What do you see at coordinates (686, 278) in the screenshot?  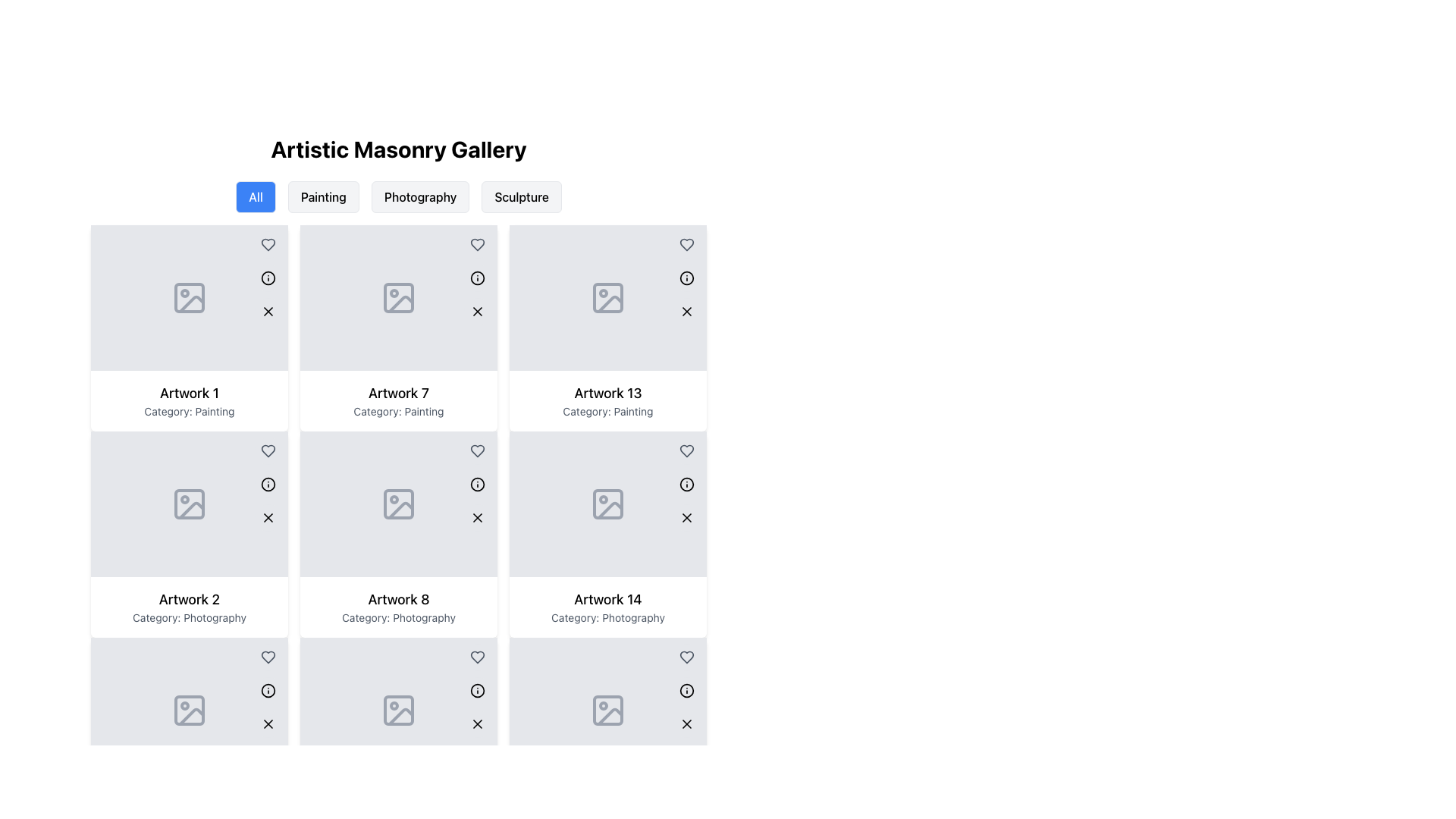 I see `the close button located at the bottom of the vertical group of three interactive buttons in the top-right corner of the card labeled 'Artwork 13'` at bounding box center [686, 278].